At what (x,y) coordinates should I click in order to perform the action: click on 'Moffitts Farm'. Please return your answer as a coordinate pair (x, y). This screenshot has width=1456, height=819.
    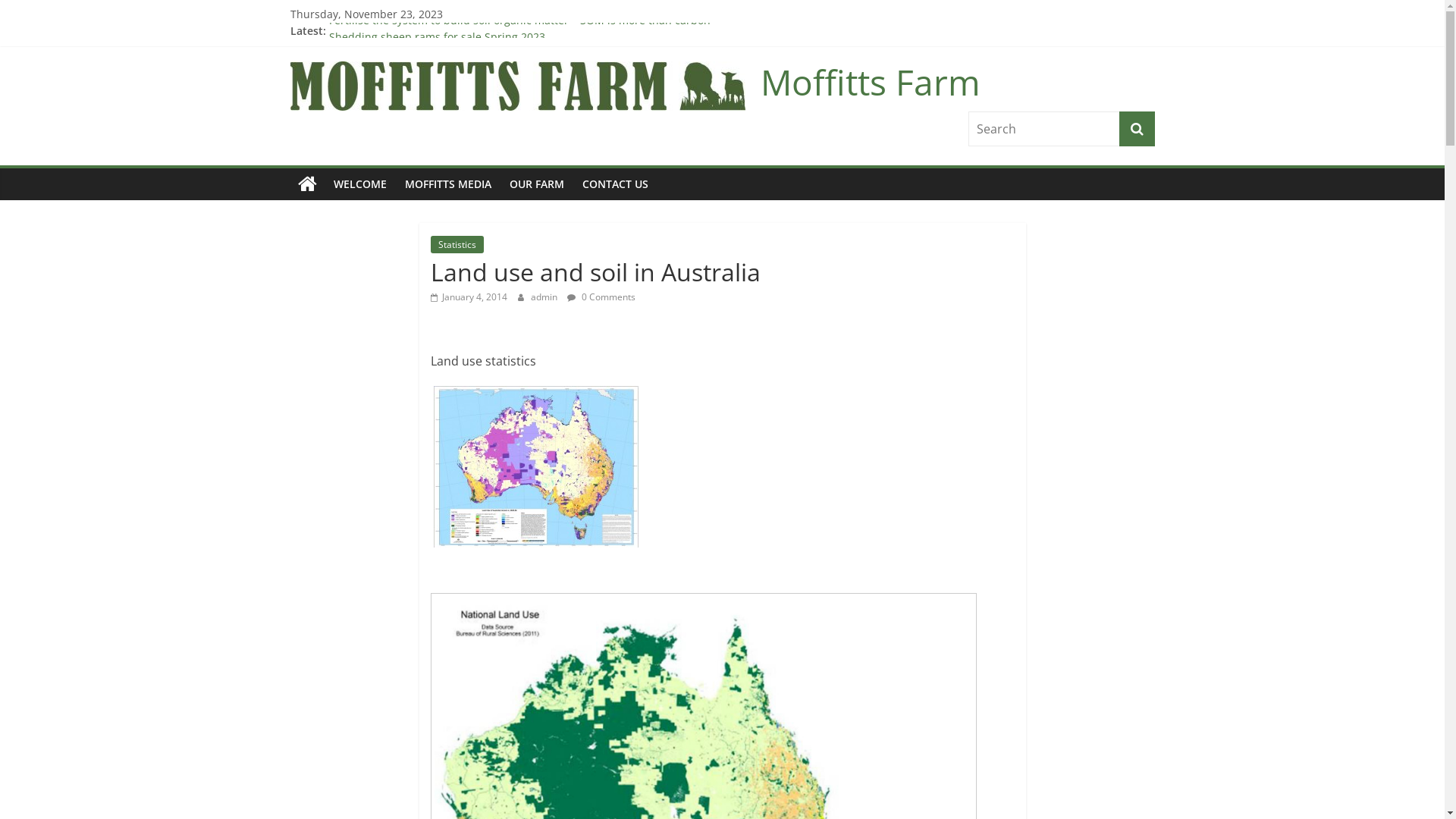
    Looking at the image, I should click on (290, 184).